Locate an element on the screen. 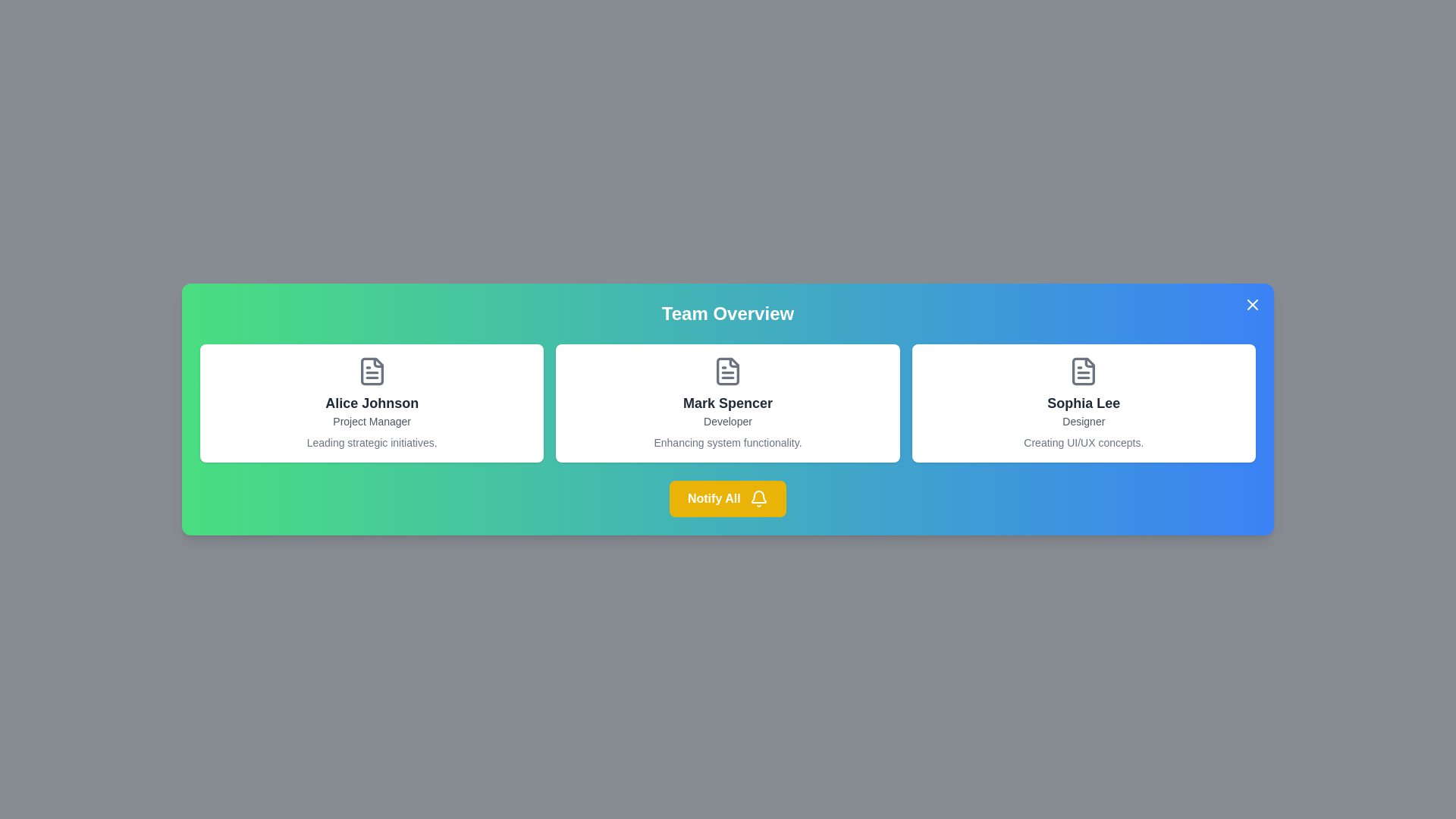 Image resolution: width=1456 pixels, height=819 pixels. the close button at the top-right corner of the dialog is located at coordinates (1252, 304).